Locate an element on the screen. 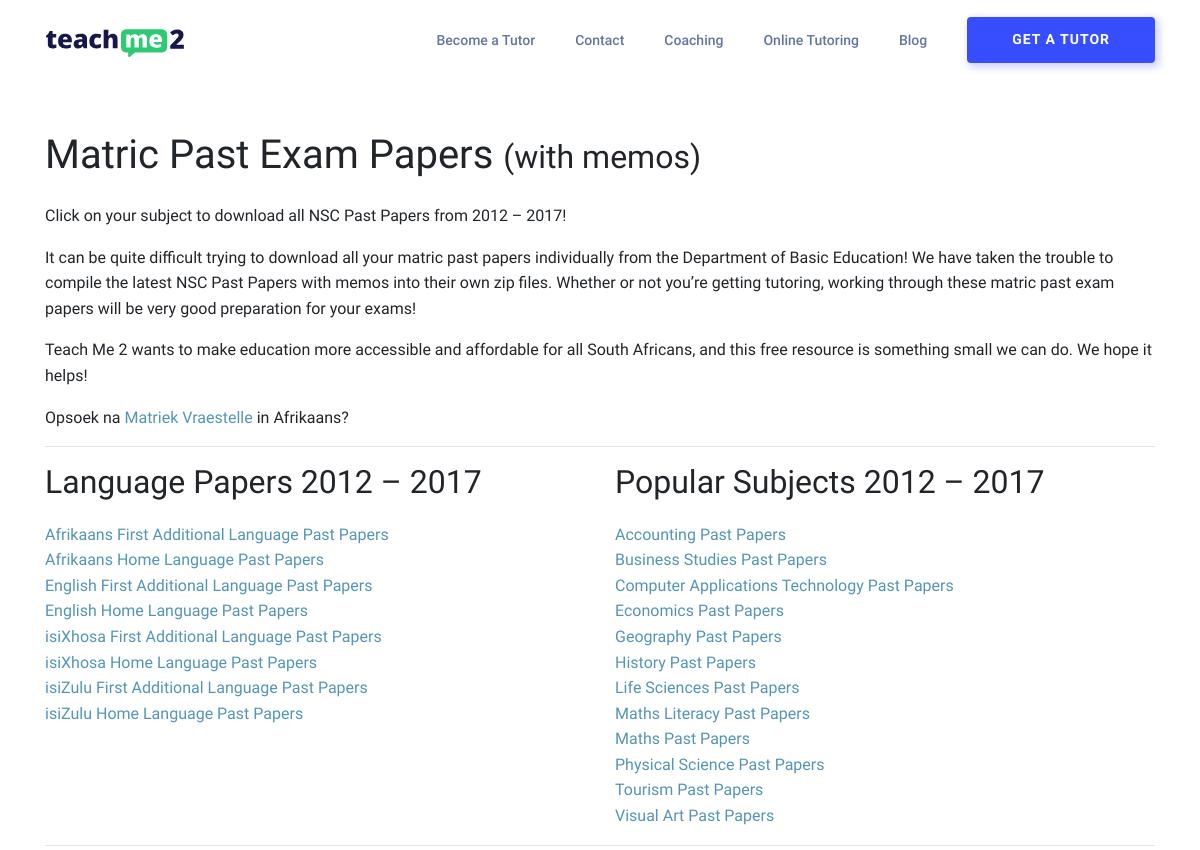  'Computer Applications Technology Past Papers' is located at coordinates (782, 584).